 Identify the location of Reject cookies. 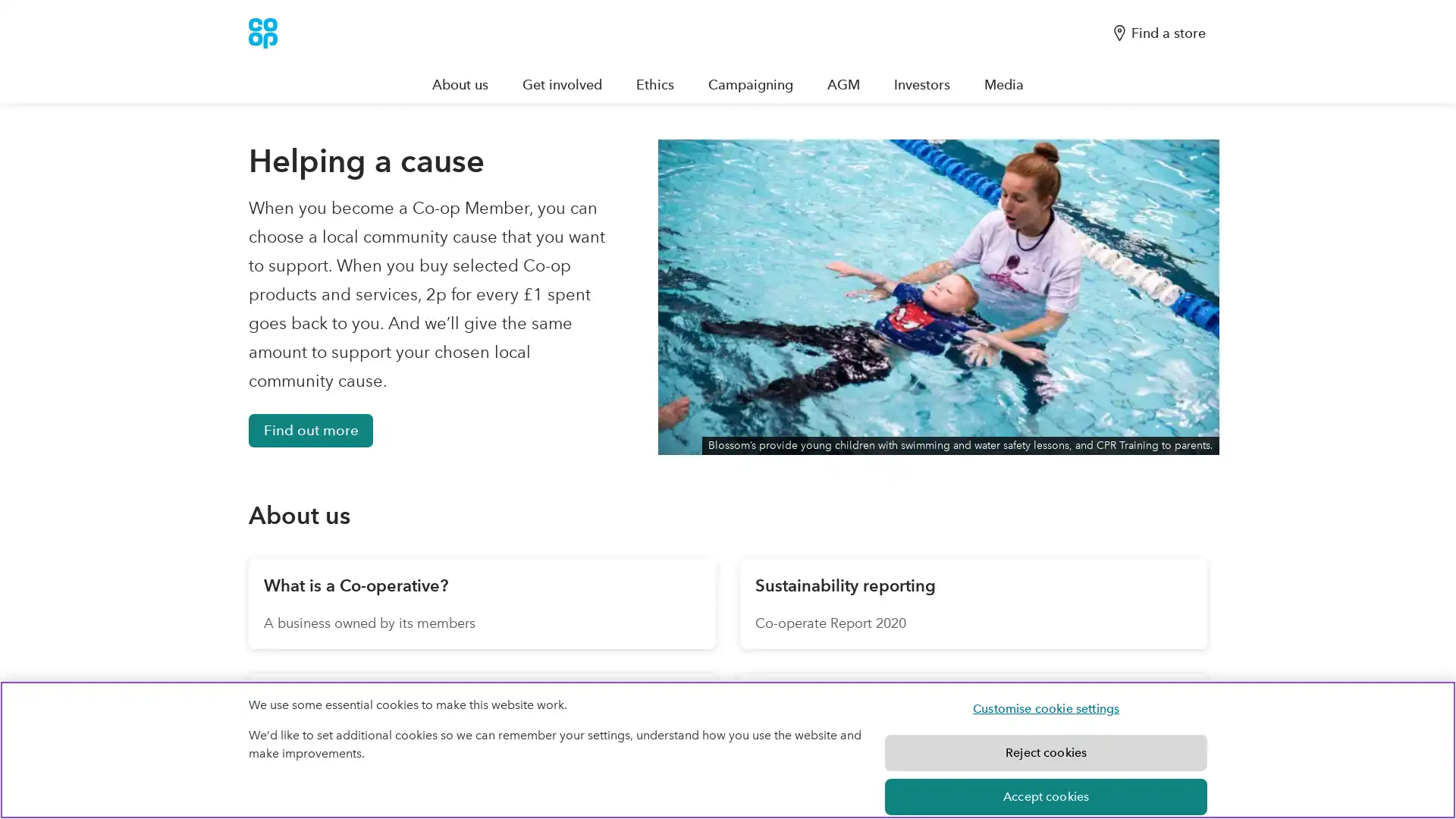
(1044, 752).